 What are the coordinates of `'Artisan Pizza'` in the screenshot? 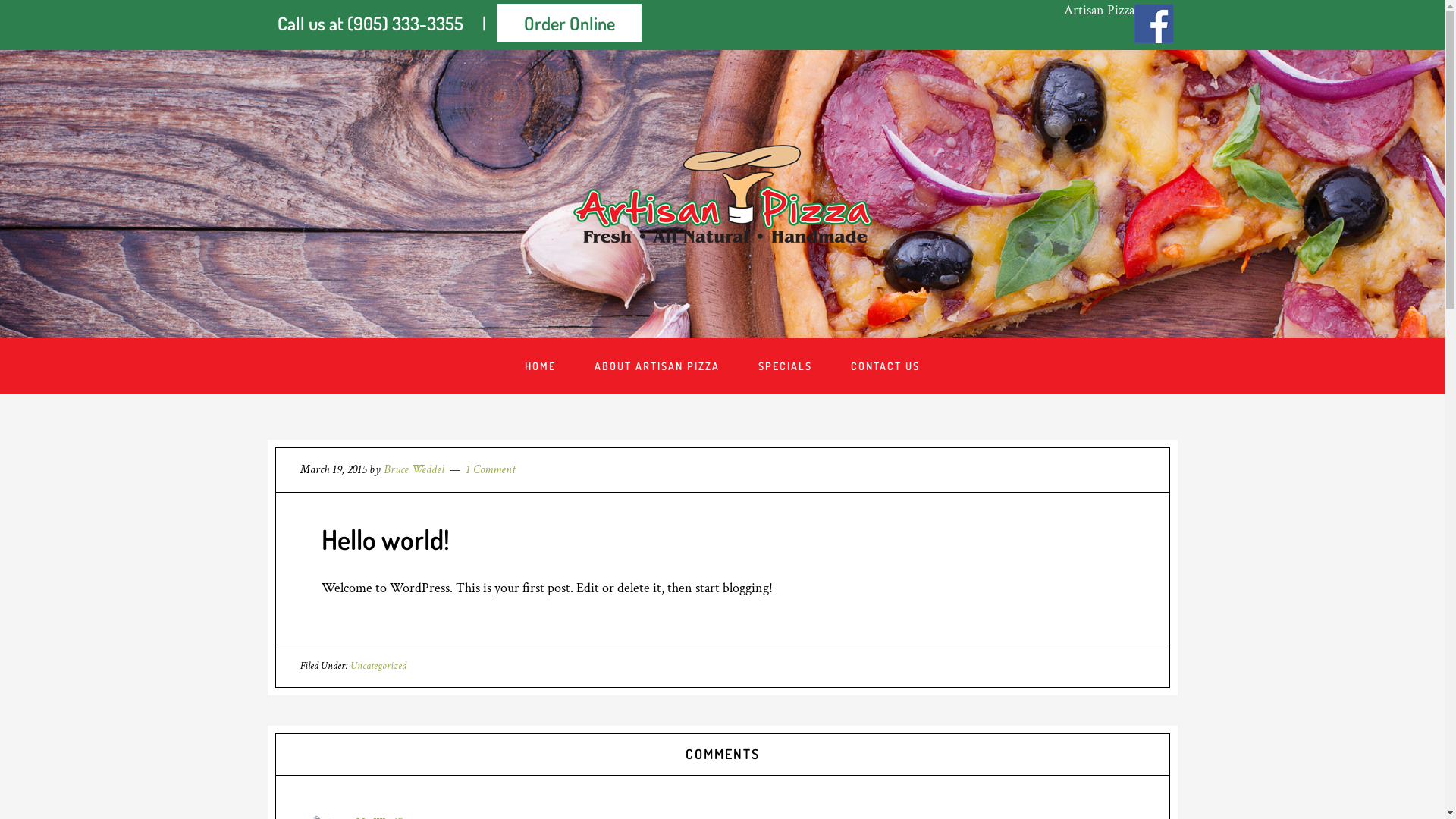 It's located at (1098, 10).